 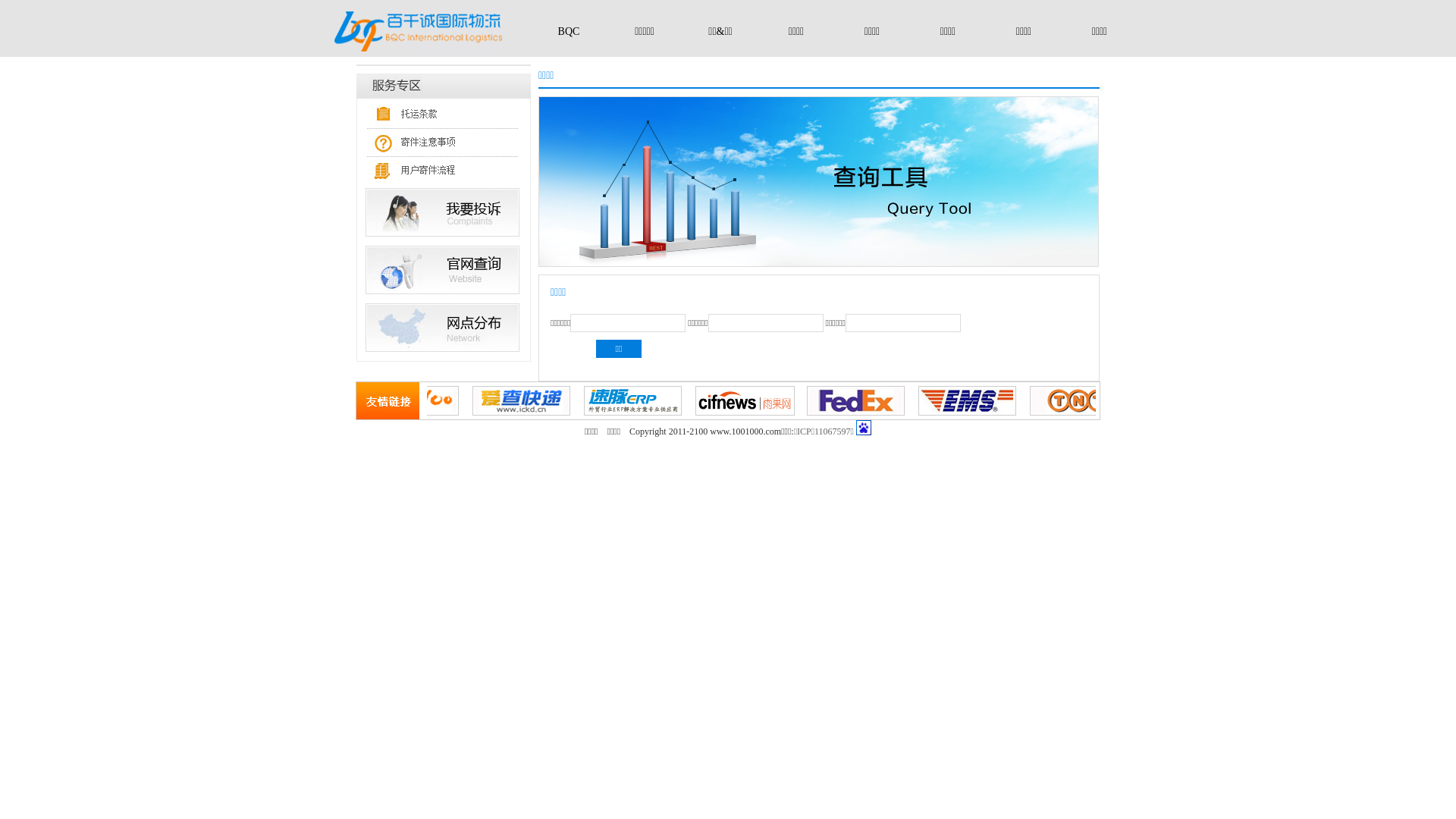 What do you see at coordinates (567, 32) in the screenshot?
I see `'BQC'` at bounding box center [567, 32].